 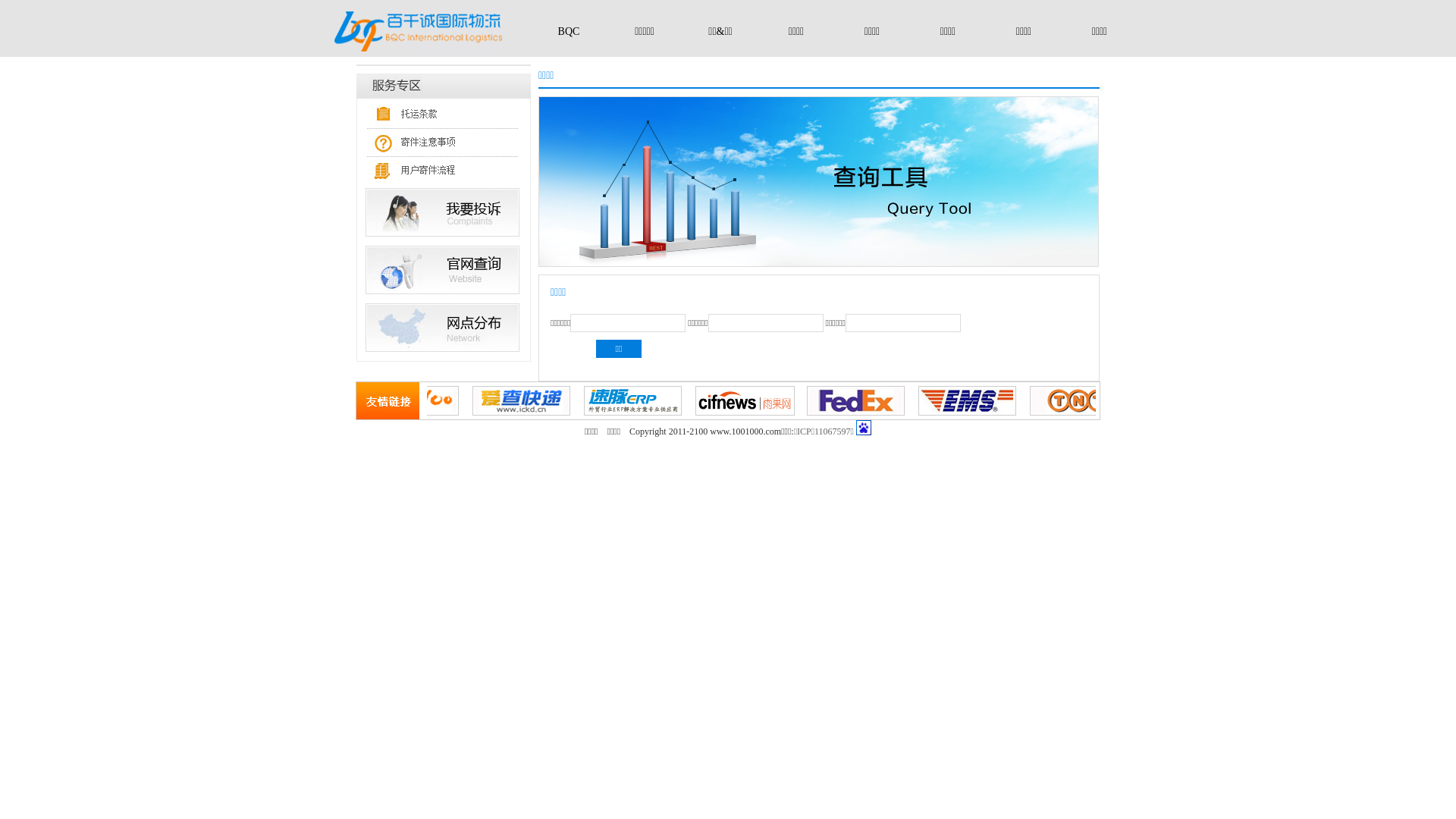 What do you see at coordinates (567, 32) in the screenshot?
I see `'BQC'` at bounding box center [567, 32].